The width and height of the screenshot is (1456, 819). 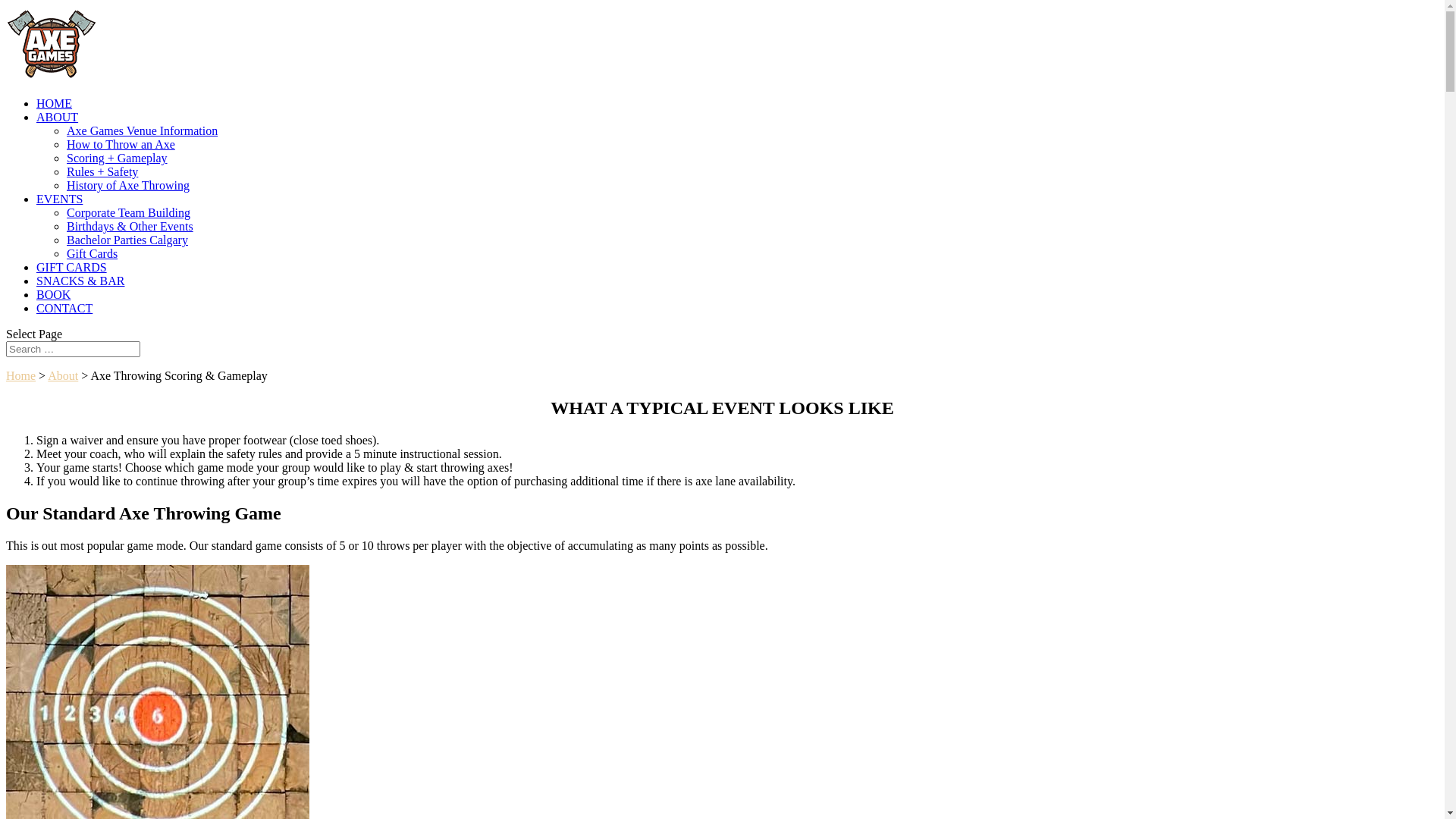 What do you see at coordinates (61, 375) in the screenshot?
I see `'About'` at bounding box center [61, 375].